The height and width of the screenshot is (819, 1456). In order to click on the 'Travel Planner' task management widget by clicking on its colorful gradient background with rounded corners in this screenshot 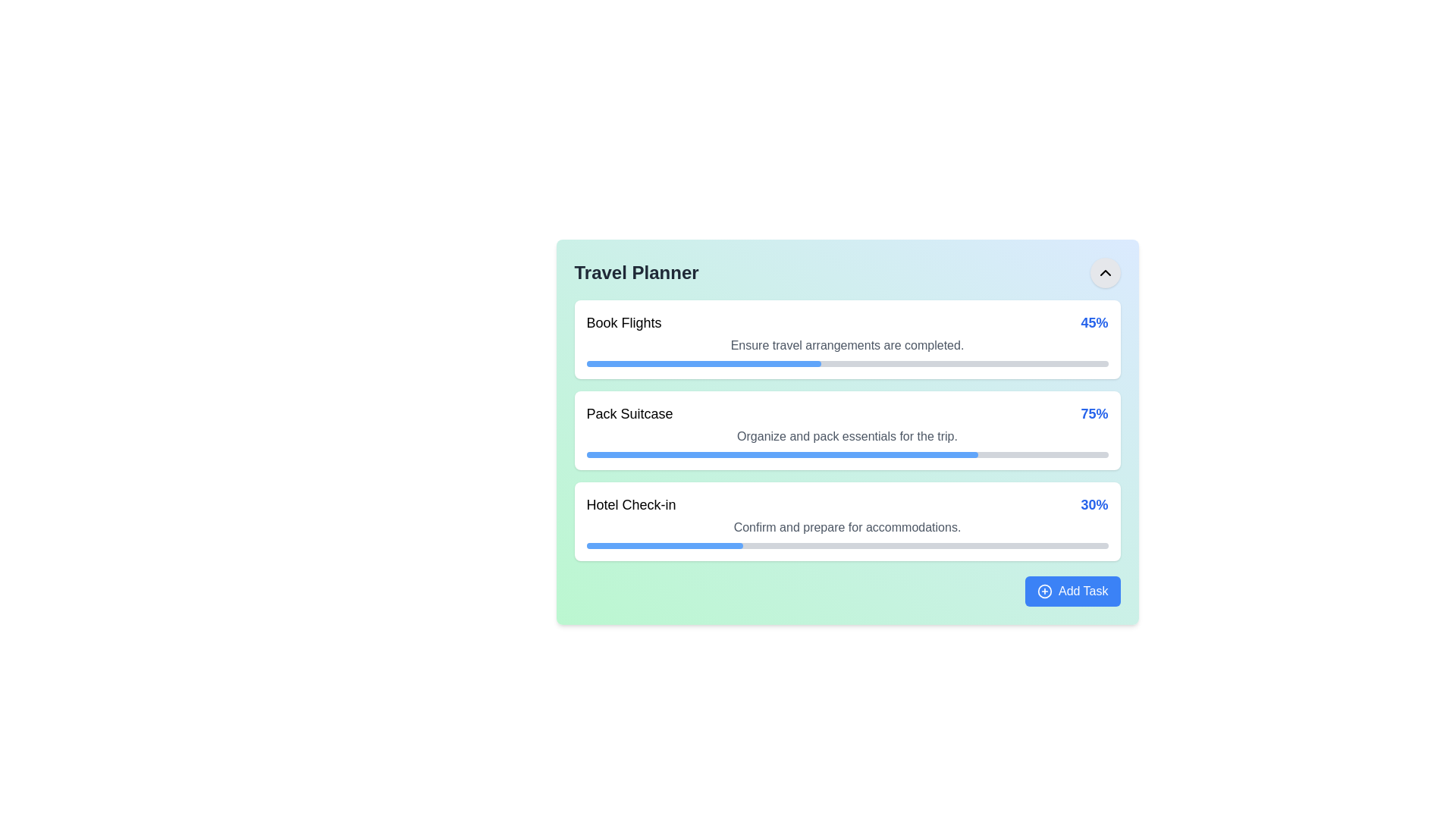, I will do `click(846, 432)`.